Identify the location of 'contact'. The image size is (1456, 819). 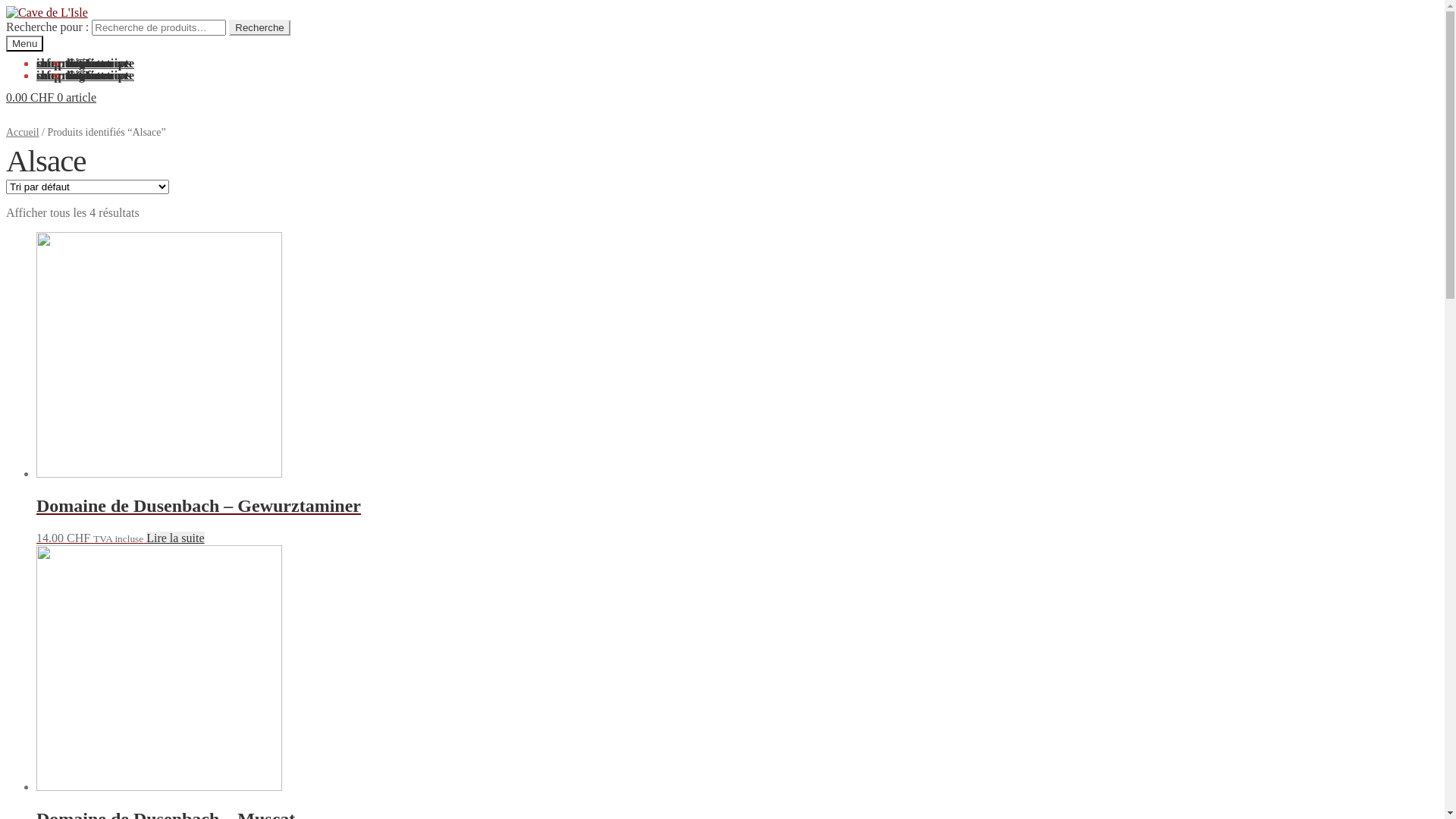
(85, 62).